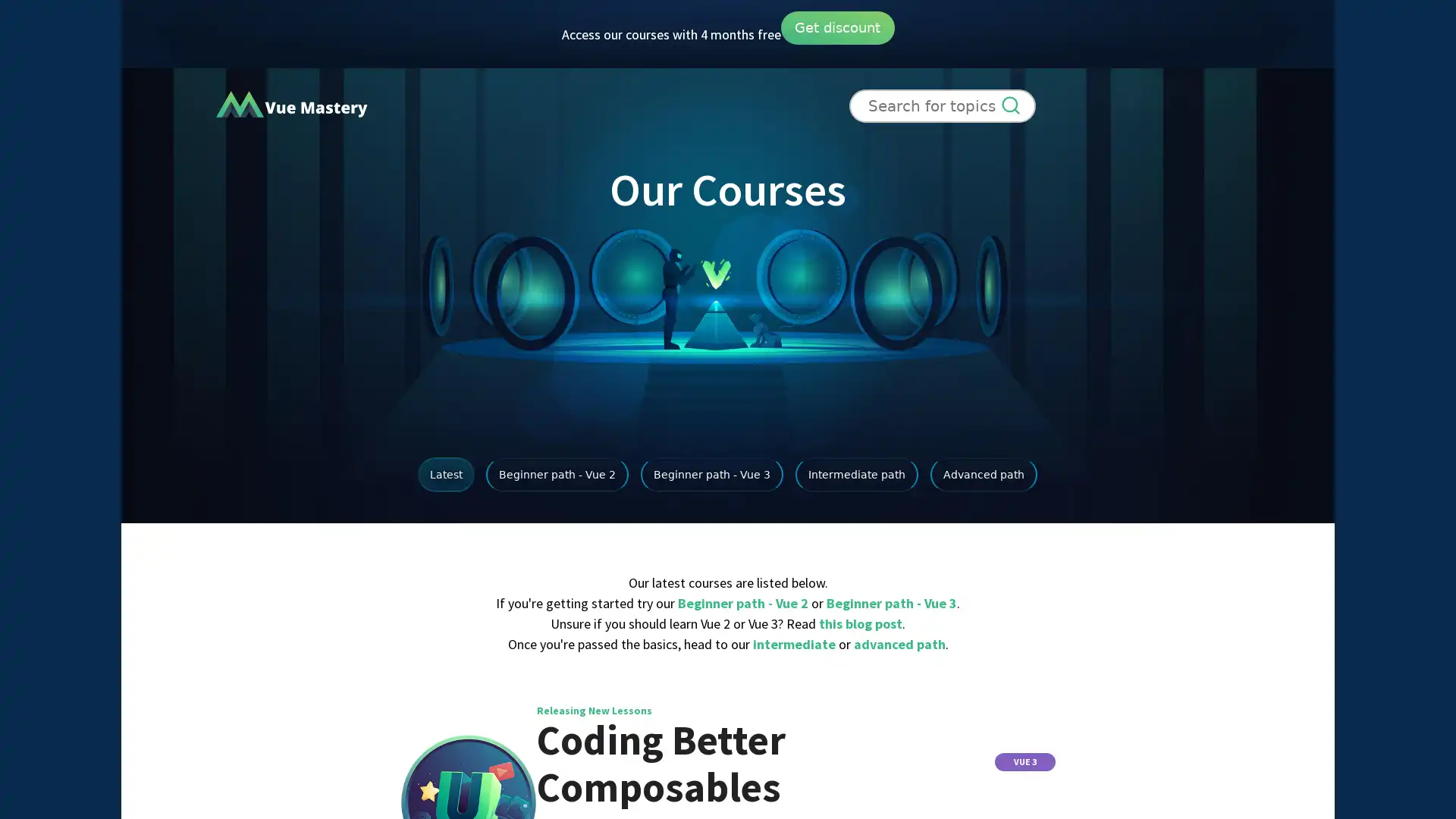  What do you see at coordinates (1076, 473) in the screenshot?
I see `Advanced path` at bounding box center [1076, 473].